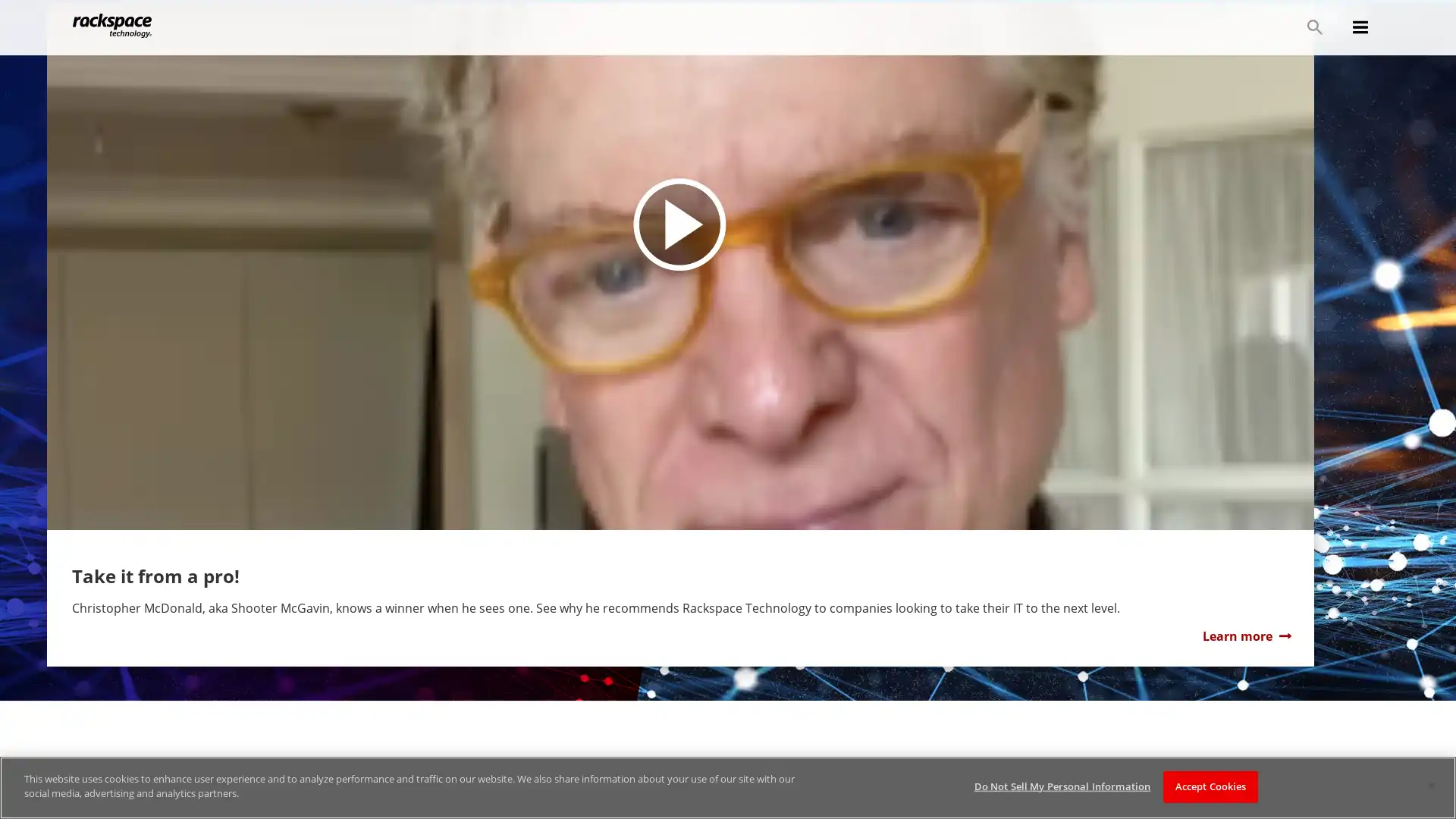  Describe the element at coordinates (1210, 786) in the screenshot. I see `Accept Cookies` at that location.